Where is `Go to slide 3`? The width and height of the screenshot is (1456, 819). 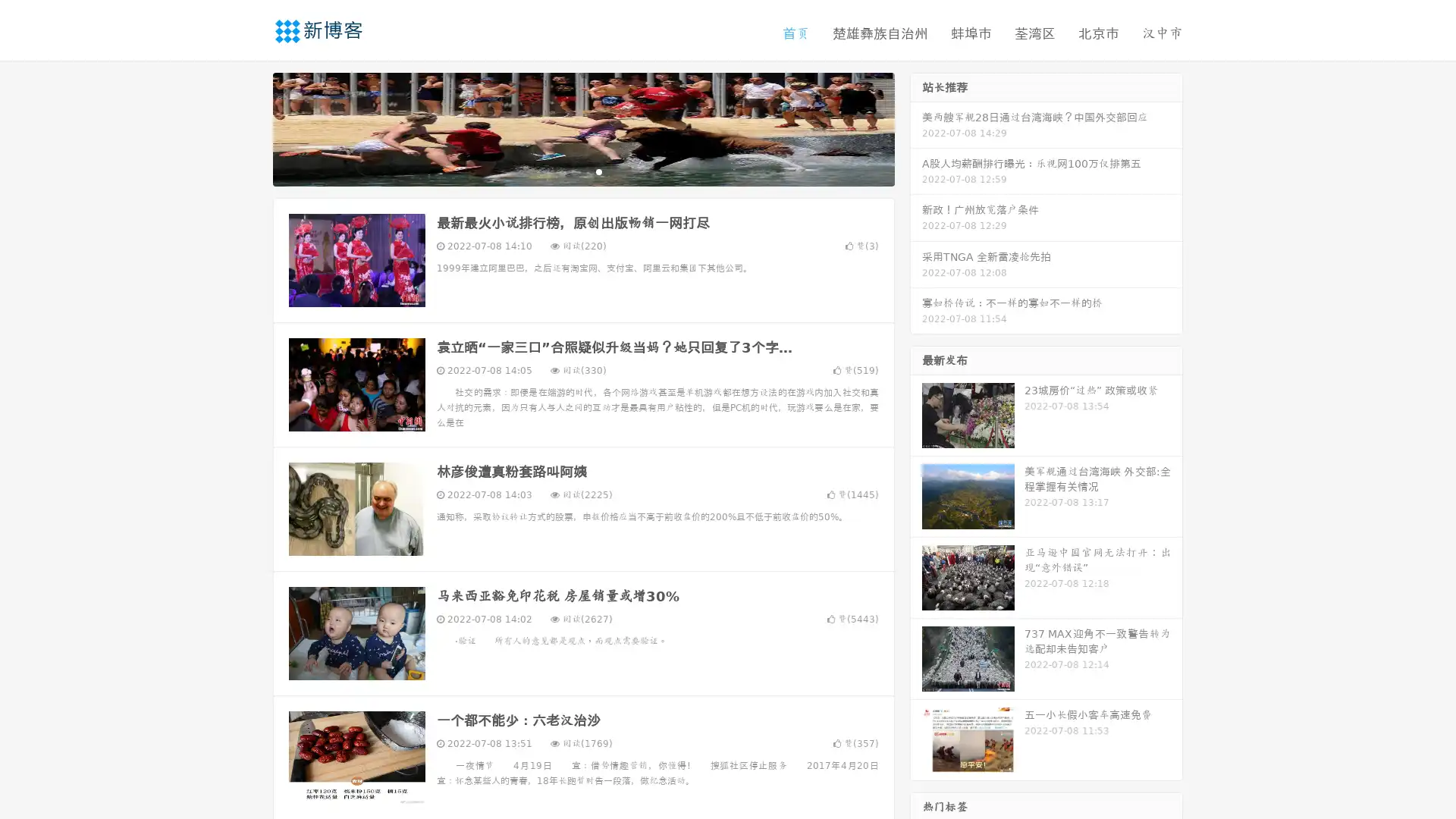 Go to slide 3 is located at coordinates (598, 171).